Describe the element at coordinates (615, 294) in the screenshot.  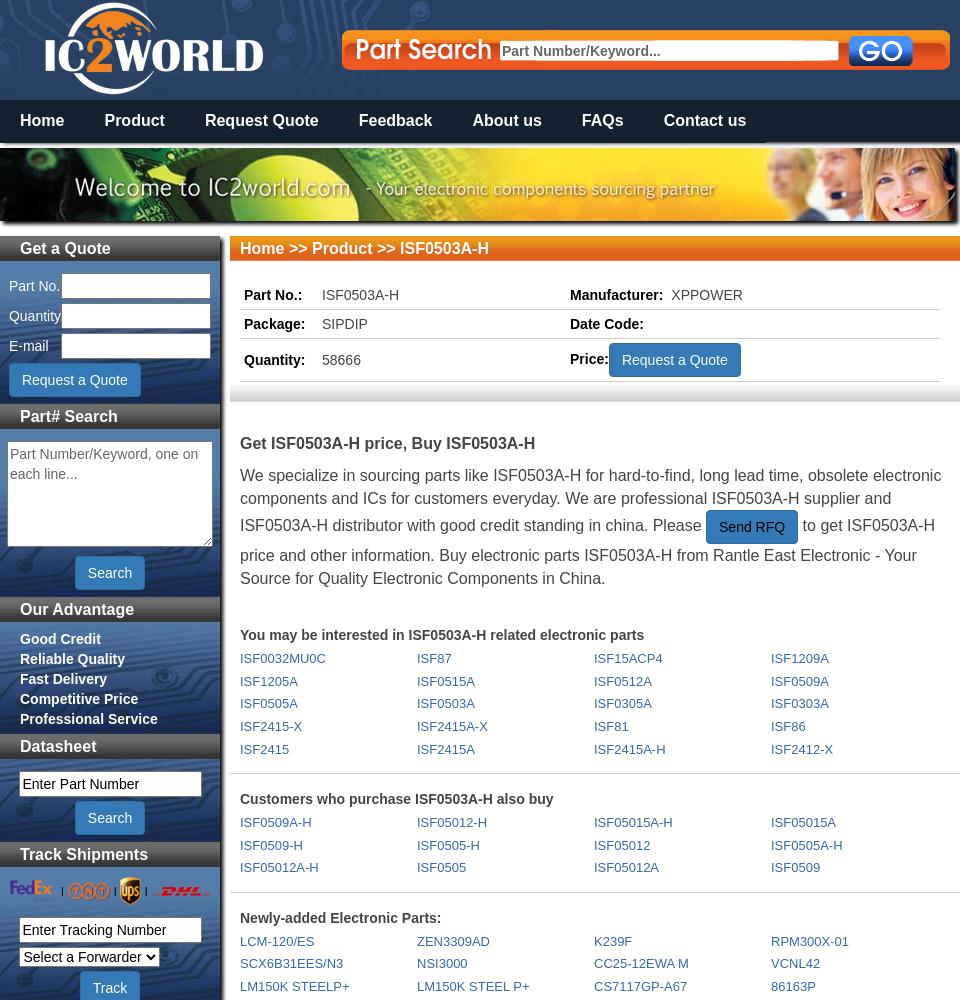
I see `'Manufacturer:'` at that location.